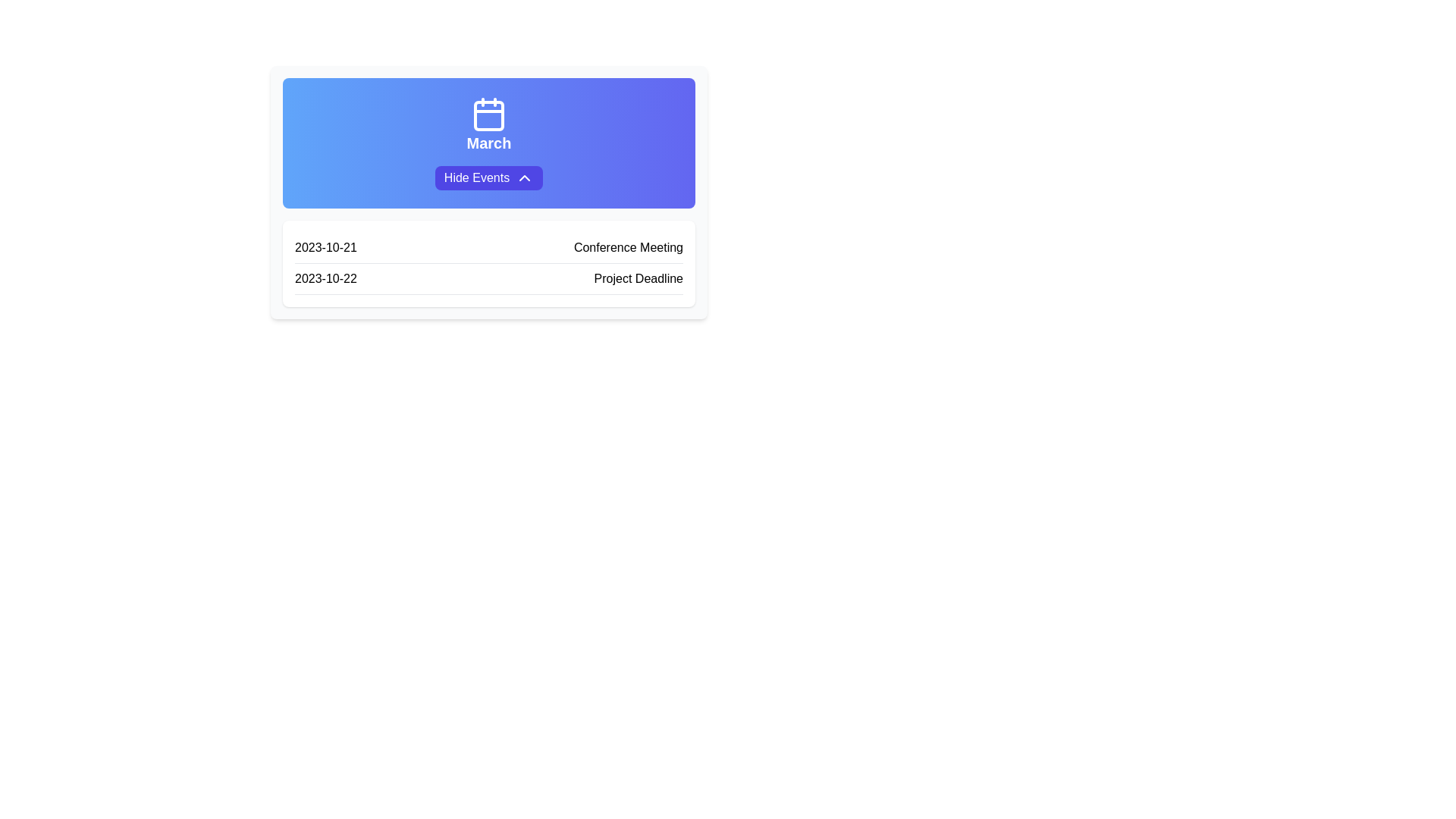 Image resolution: width=1456 pixels, height=819 pixels. What do you see at coordinates (325, 247) in the screenshot?
I see `text content of the first Text Label displaying the date '2023-10-21', which is aligned to the left and part of a row with the label 'Conference Meeting'` at bounding box center [325, 247].